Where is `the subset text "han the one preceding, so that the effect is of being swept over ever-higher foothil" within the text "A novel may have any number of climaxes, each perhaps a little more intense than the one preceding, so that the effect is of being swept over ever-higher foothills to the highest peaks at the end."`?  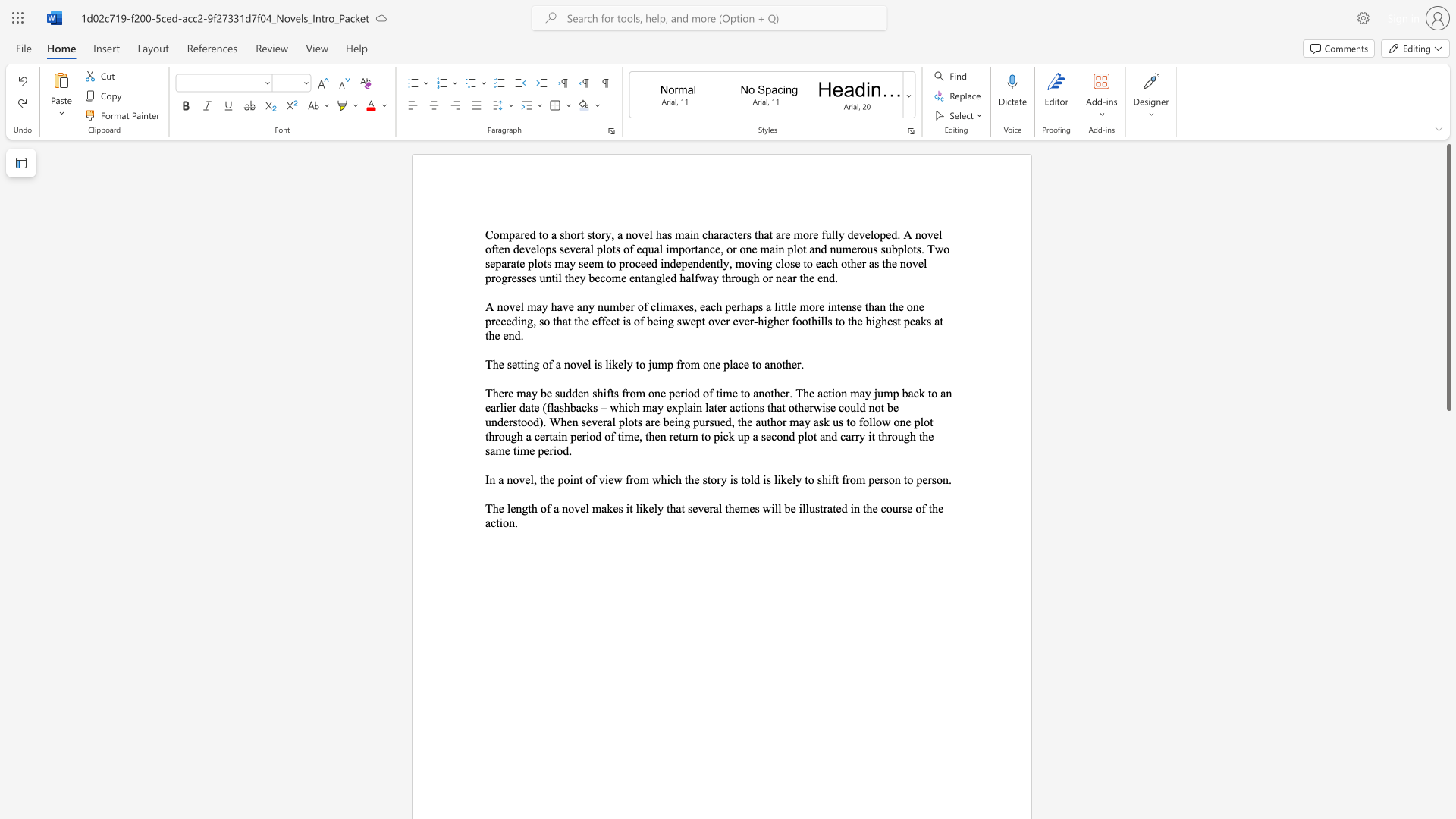
the subset text "han the one preceding, so that the effect is of being swept over ever-higher foothil" within the text "A novel may have any number of climaxes, each perhaps a little more intense than the one preceding, so that the effect is of being swept over ever-higher foothills to the highest peaks at the end." is located at coordinates (868, 306).